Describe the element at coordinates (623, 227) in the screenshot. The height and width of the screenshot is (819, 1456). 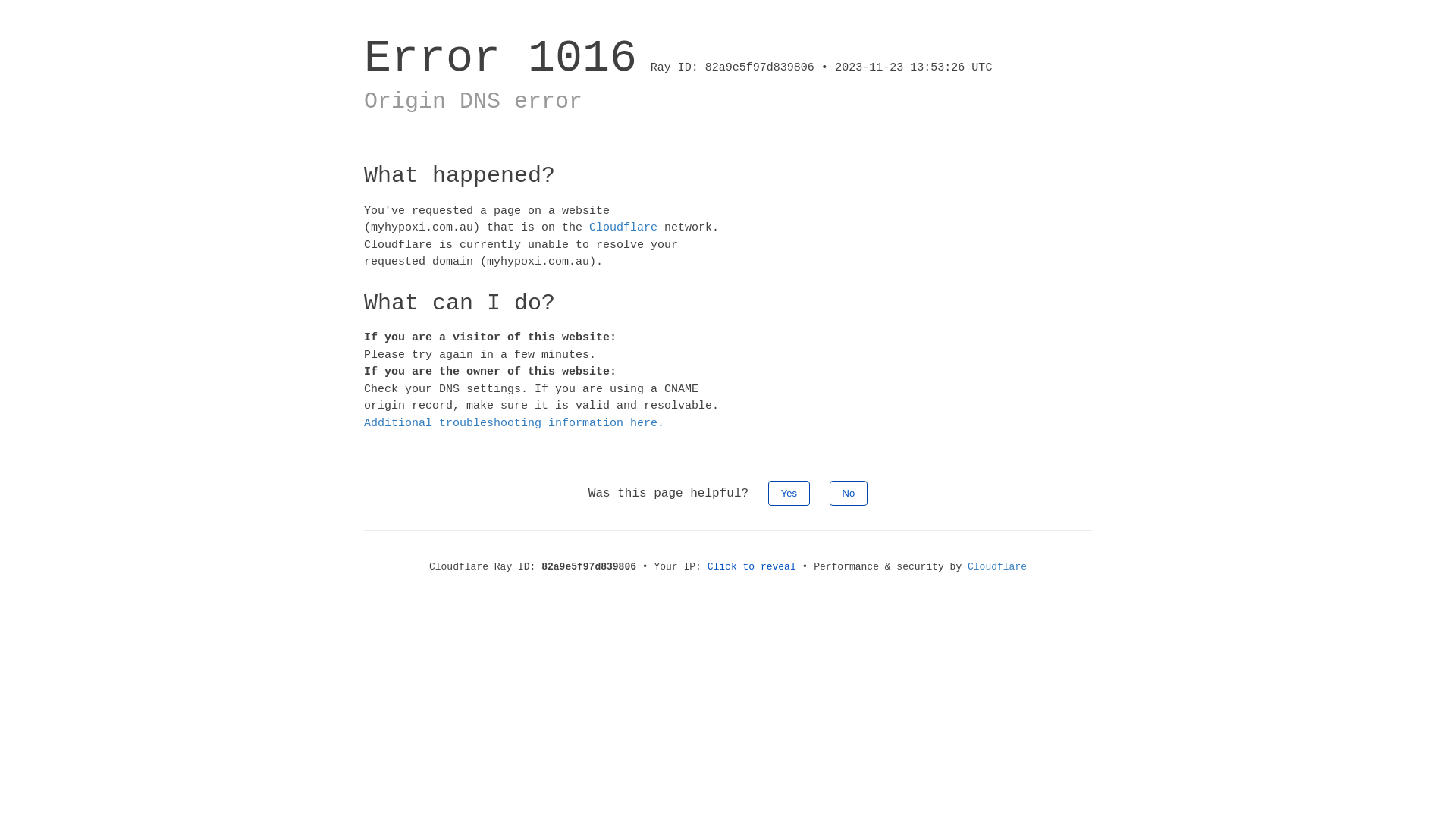
I see `'Cloudflare'` at that location.